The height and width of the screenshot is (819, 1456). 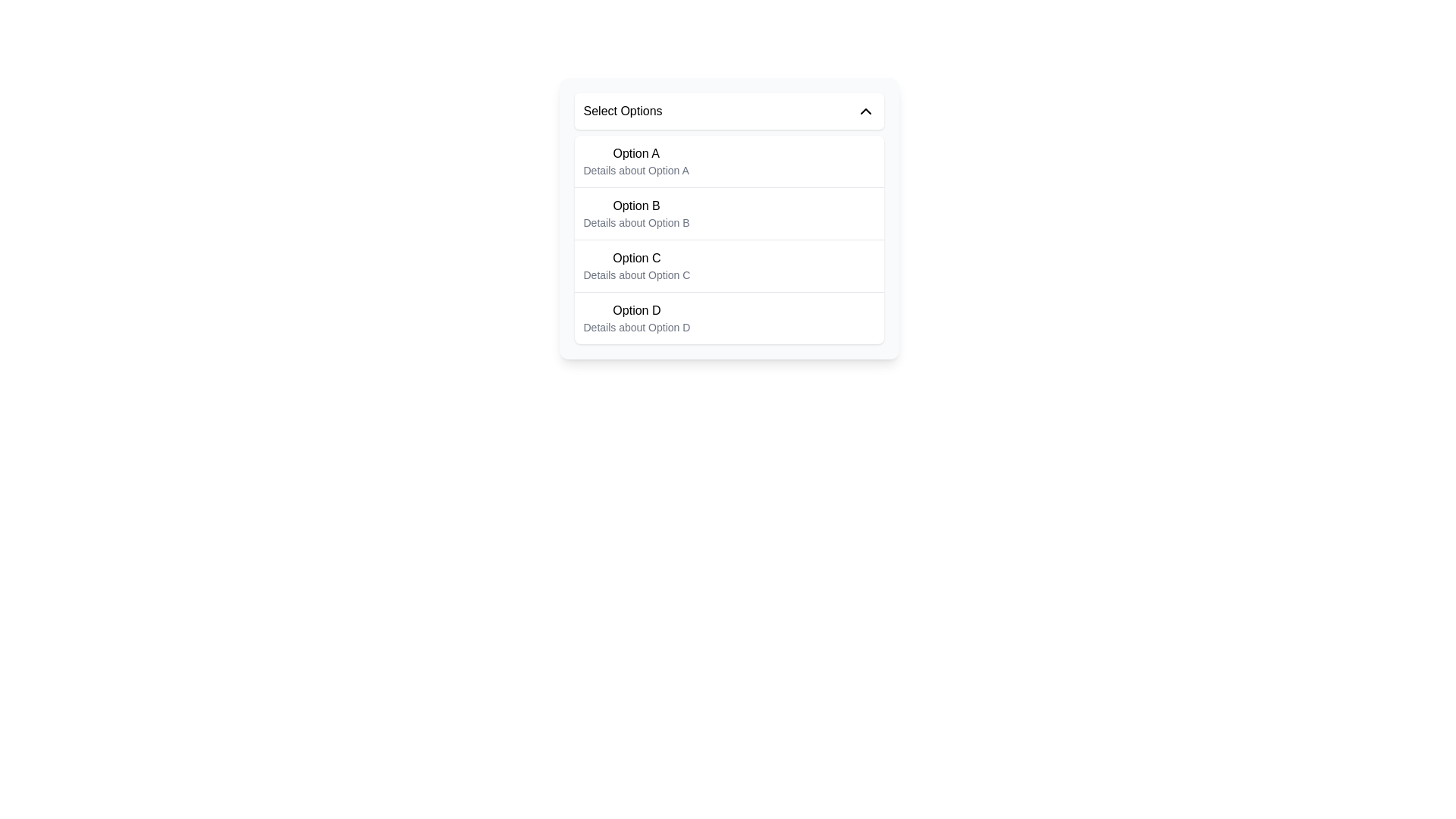 What do you see at coordinates (636, 206) in the screenshot?
I see `the static text element displaying 'Option B' in a dropdown menu` at bounding box center [636, 206].